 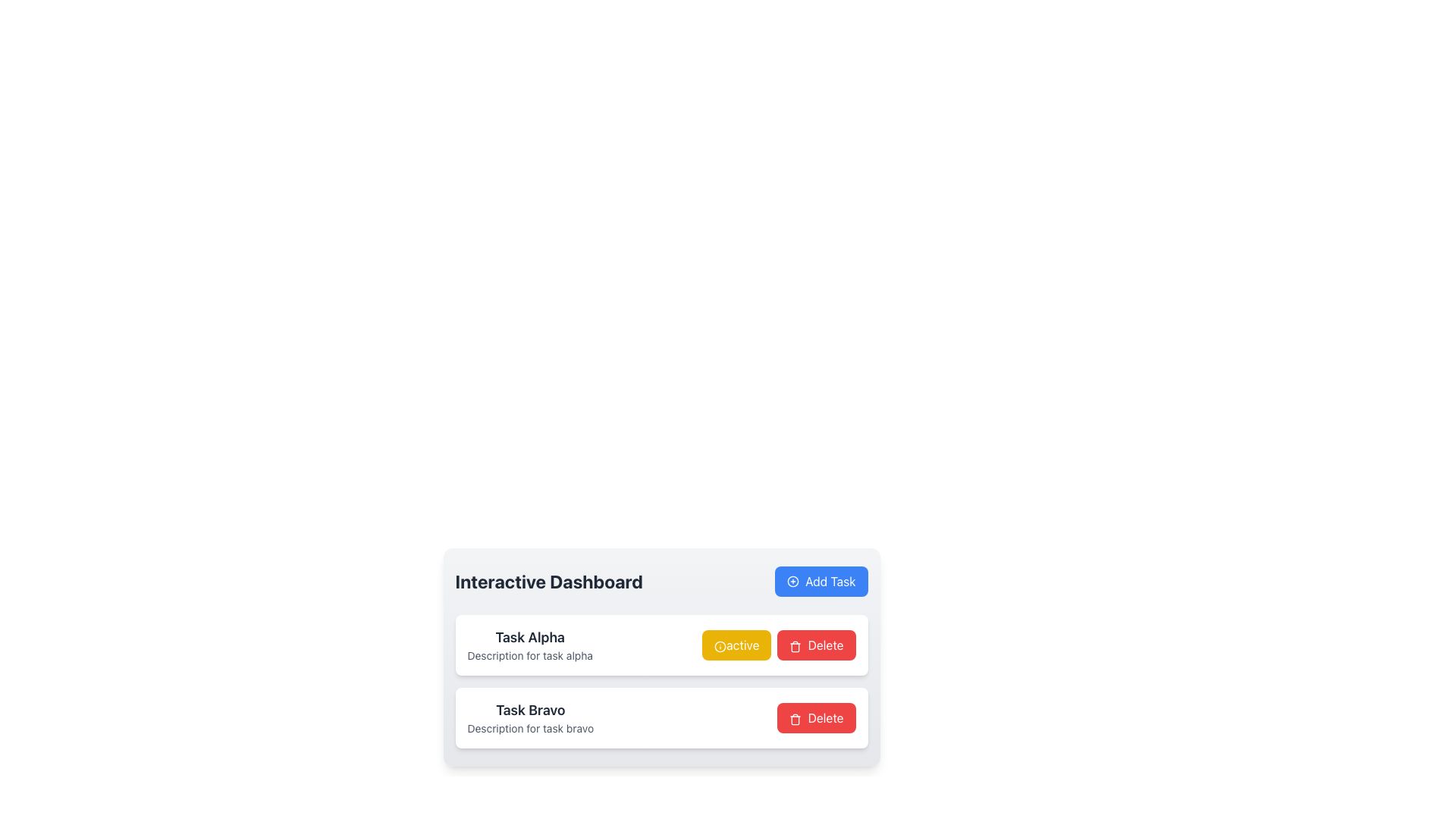 I want to click on the delete icon, which is part of a red rectangular button labeled 'Delete', so click(x=795, y=718).